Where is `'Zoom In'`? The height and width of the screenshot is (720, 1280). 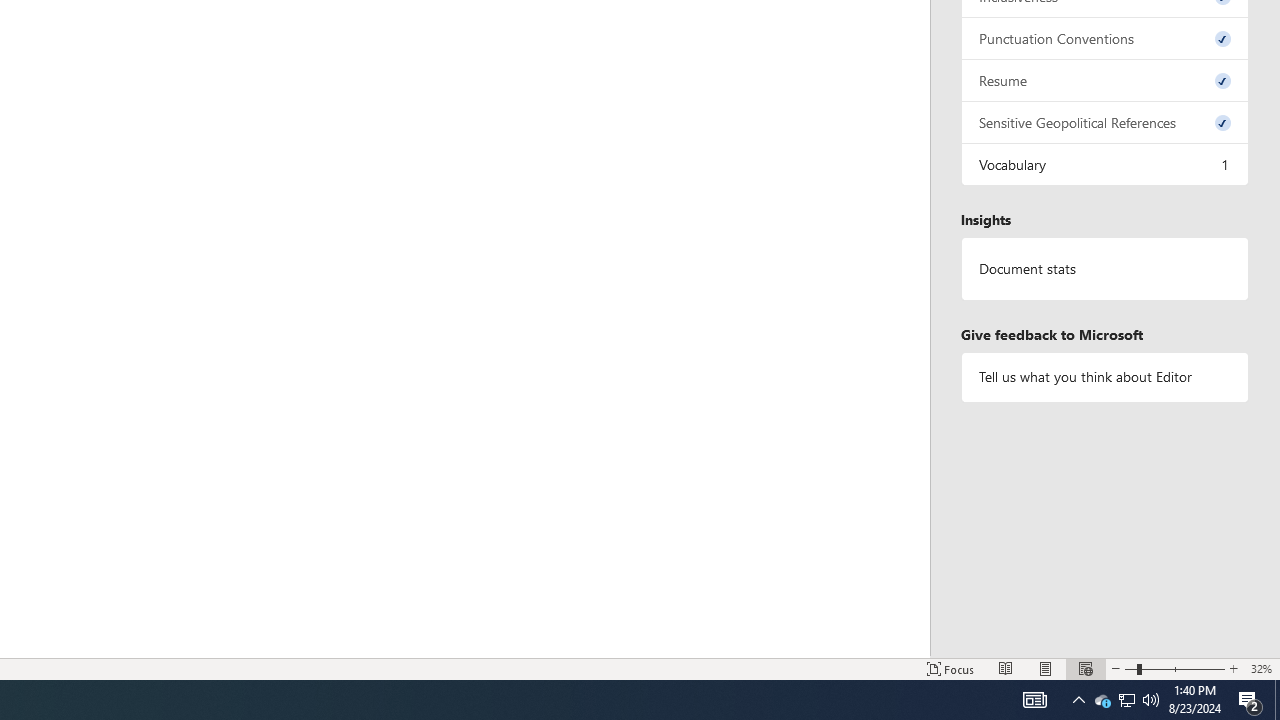
'Zoom In' is located at coordinates (1232, 669).